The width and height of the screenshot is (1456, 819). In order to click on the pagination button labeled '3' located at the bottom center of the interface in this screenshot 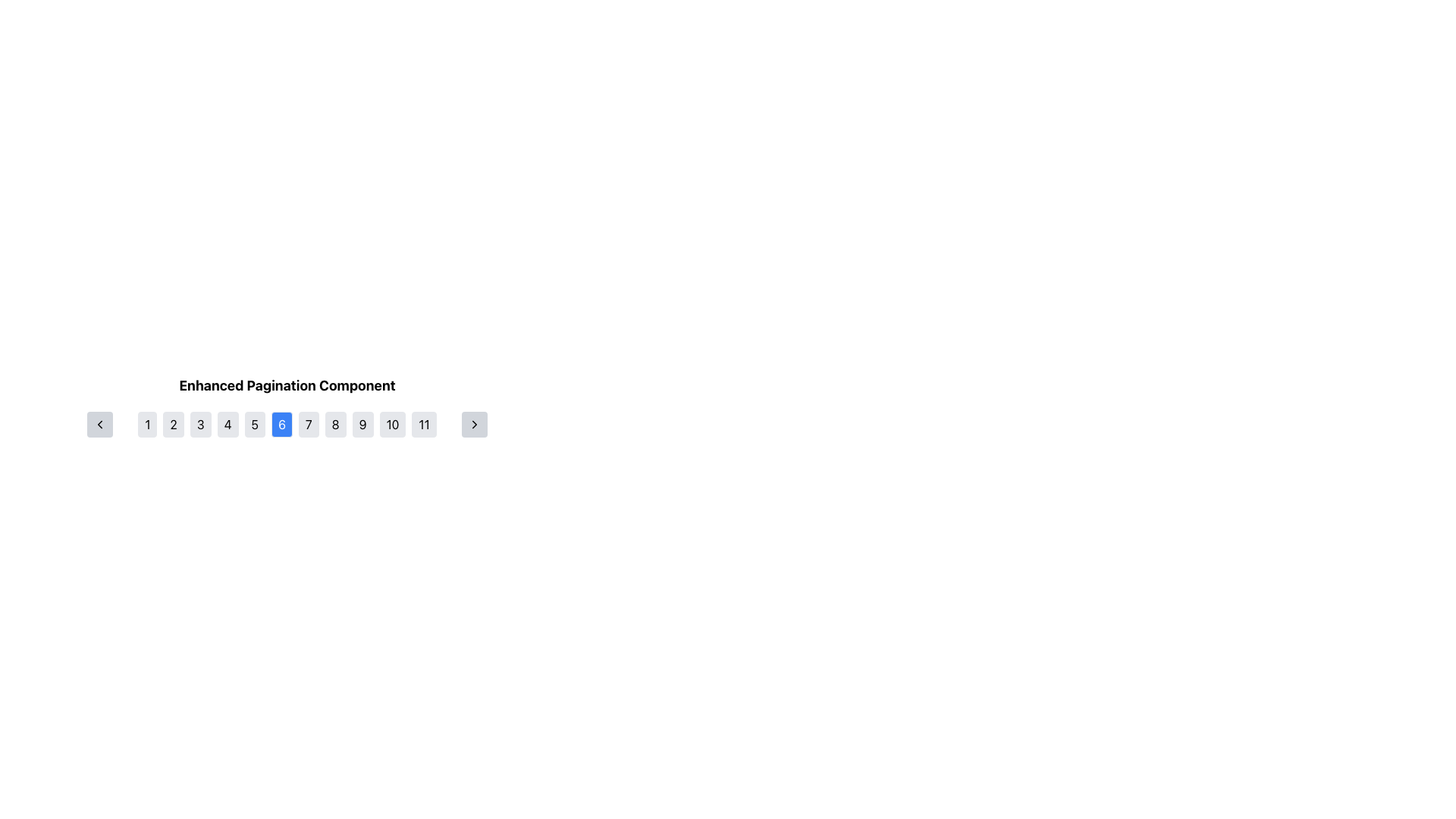, I will do `click(199, 424)`.